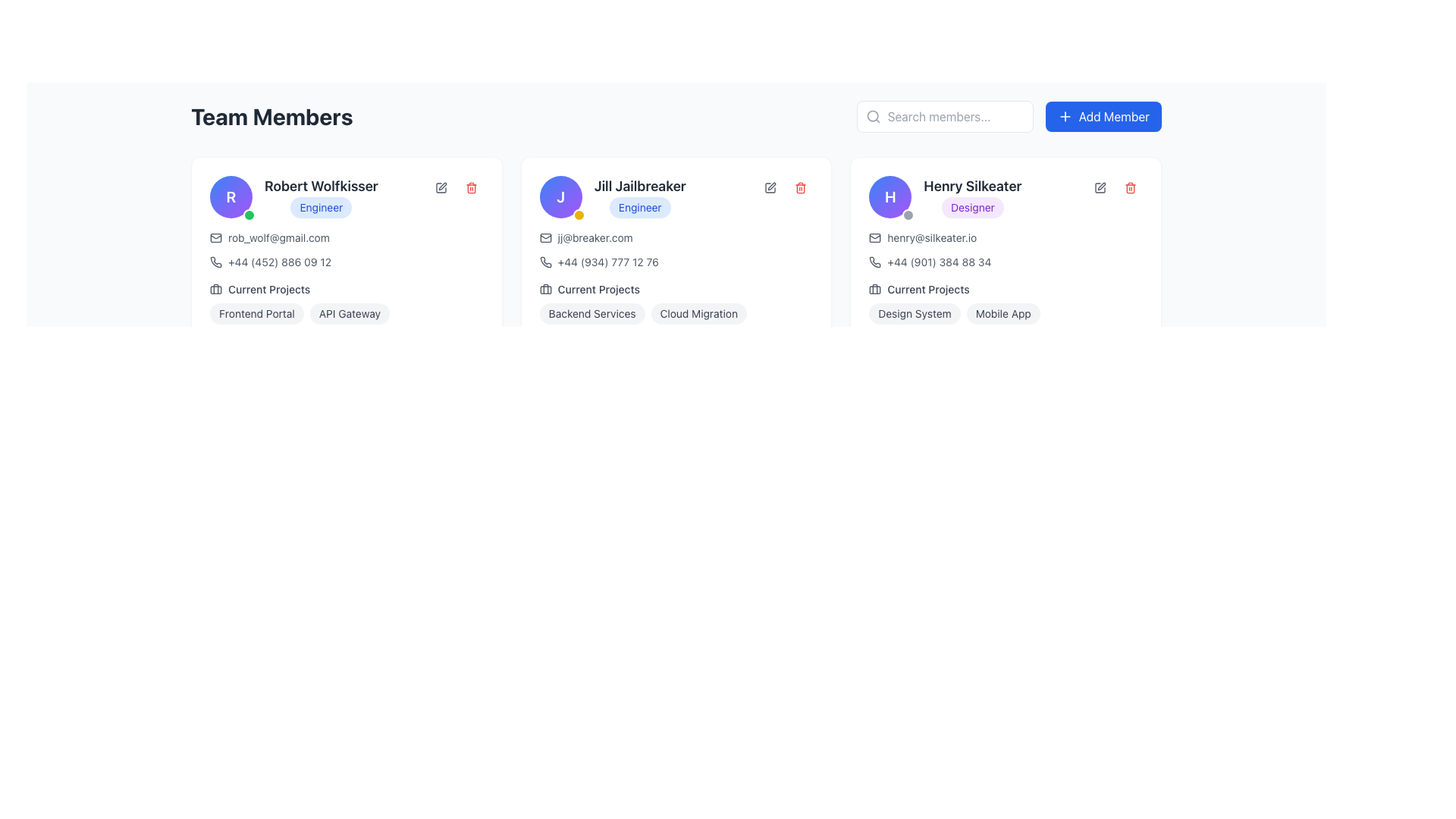 This screenshot has height=819, width=1456. What do you see at coordinates (698, 312) in the screenshot?
I see `the pill-shaped label with light gray background and 'Cloud Migration' text, located below 'Current Projects' and to the right of 'Backend Services'` at bounding box center [698, 312].